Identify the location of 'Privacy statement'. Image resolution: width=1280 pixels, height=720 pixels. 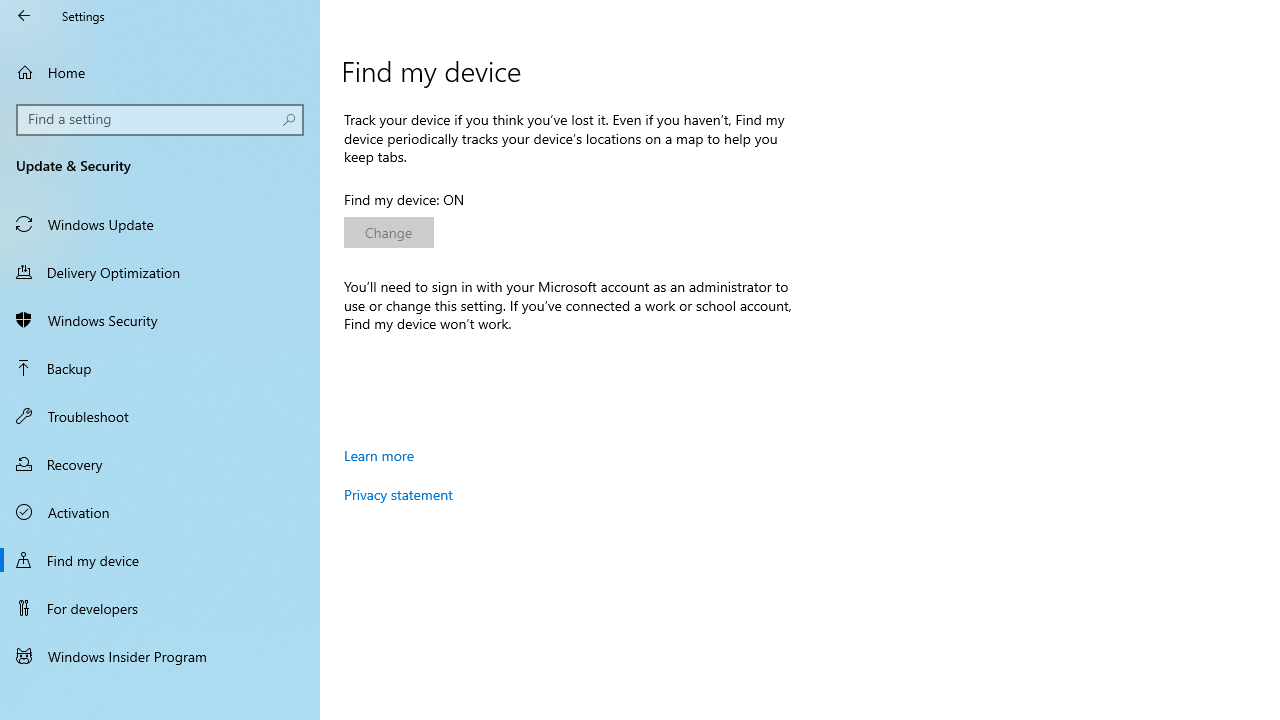
(398, 494).